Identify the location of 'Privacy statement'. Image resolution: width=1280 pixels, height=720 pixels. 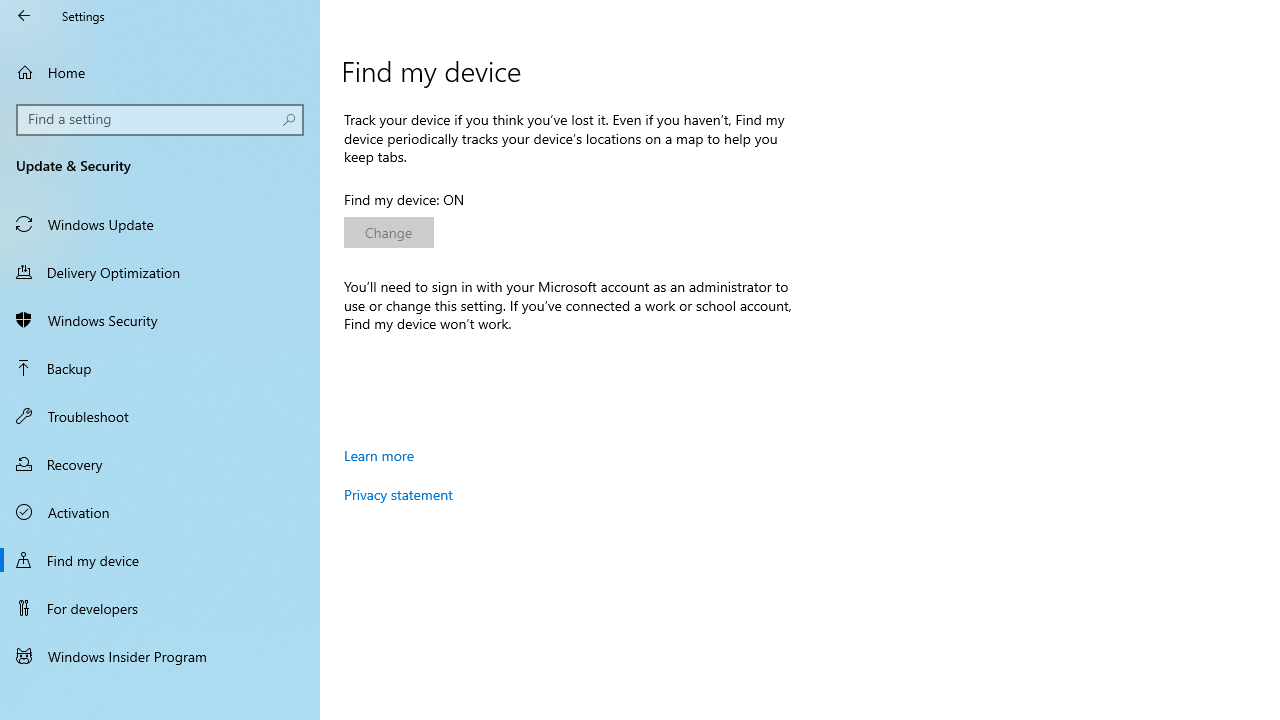
(398, 494).